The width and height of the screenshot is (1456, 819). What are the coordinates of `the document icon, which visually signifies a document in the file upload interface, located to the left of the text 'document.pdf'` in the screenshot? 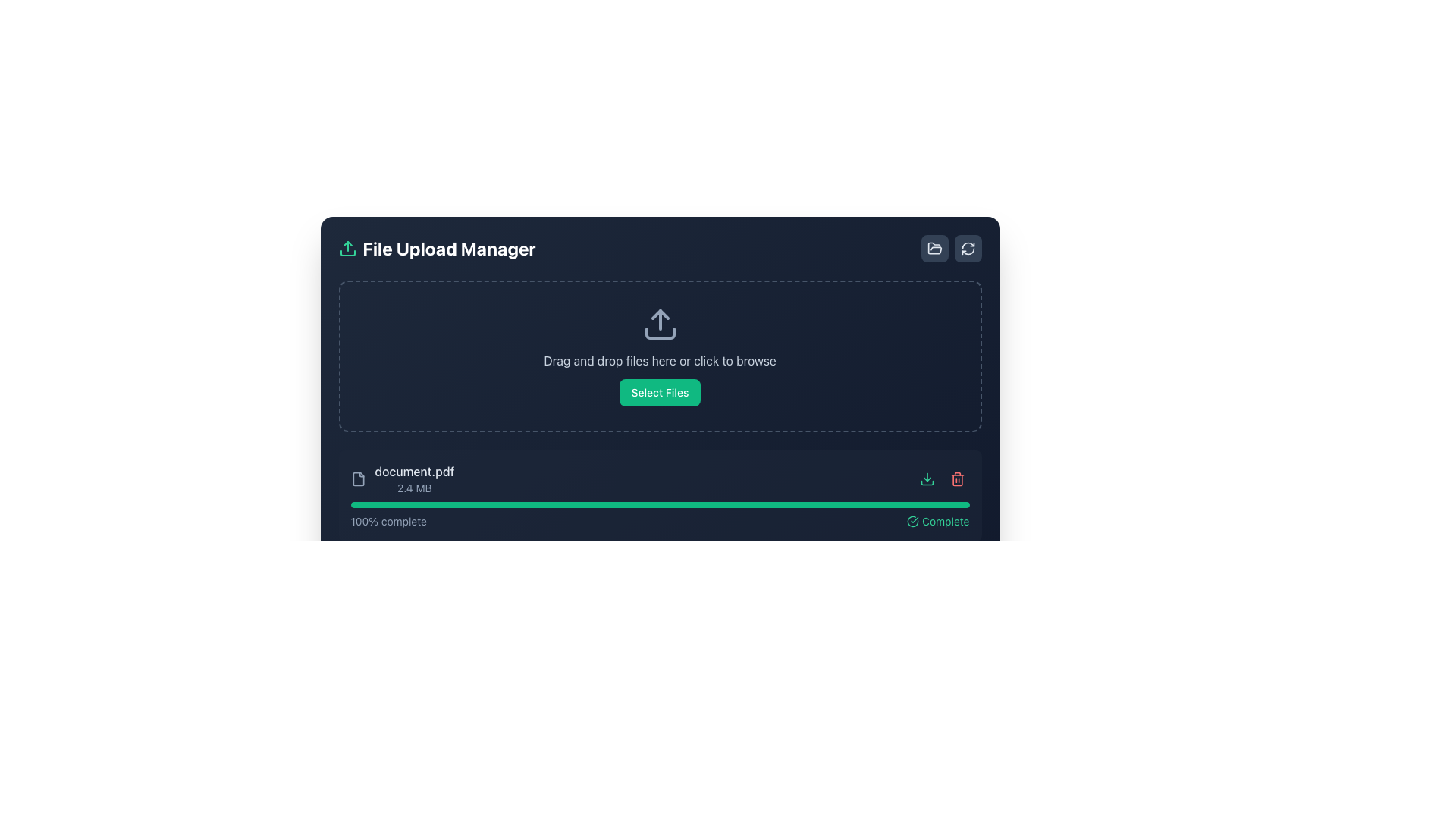 It's located at (357, 479).